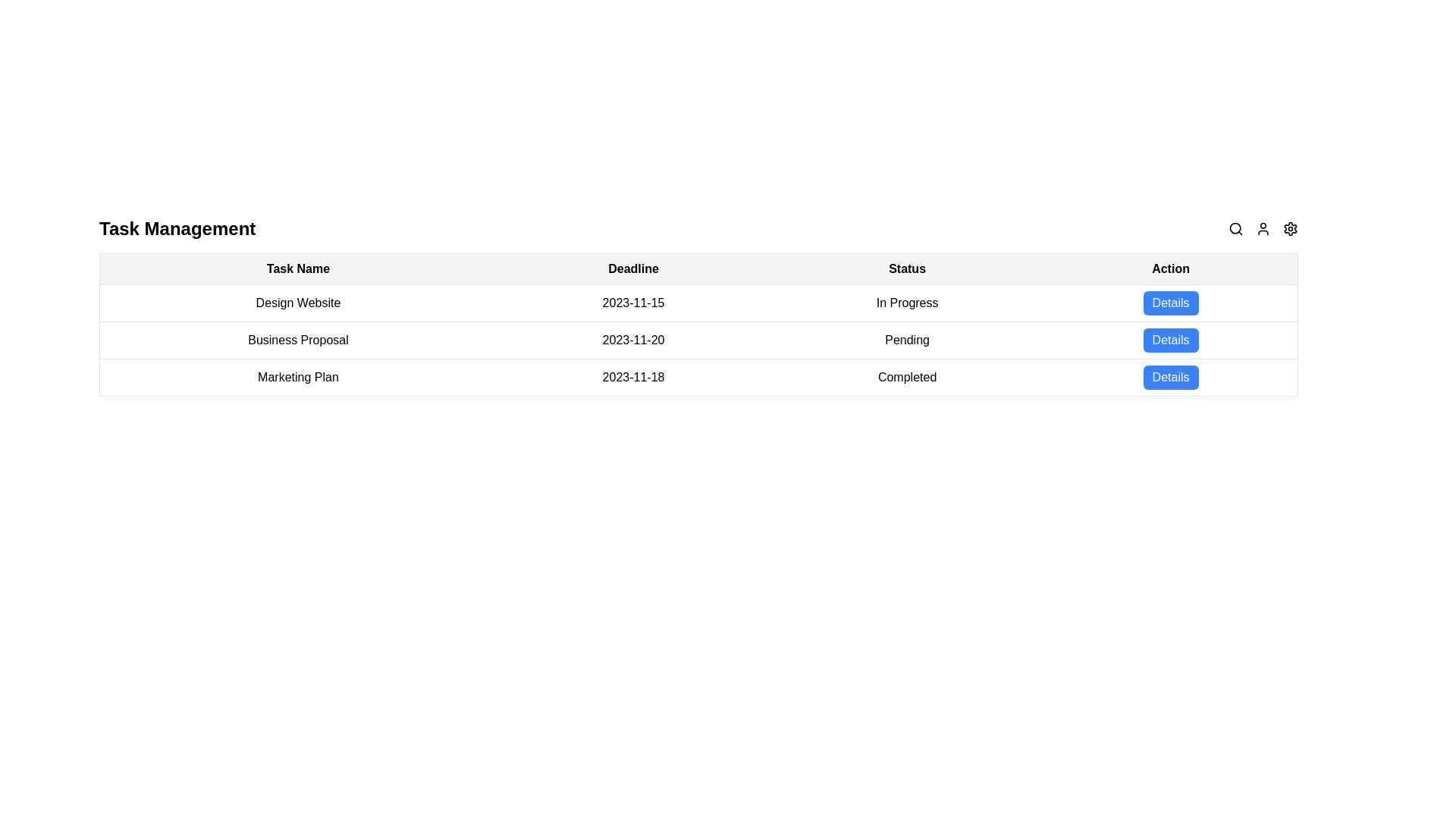 This screenshot has height=819, width=1456. Describe the element at coordinates (298, 303) in the screenshot. I see `the Text label for the task 'Design Website' located in the first row of the 'Task Name' column, which serves as an identifier for the associated task` at that location.